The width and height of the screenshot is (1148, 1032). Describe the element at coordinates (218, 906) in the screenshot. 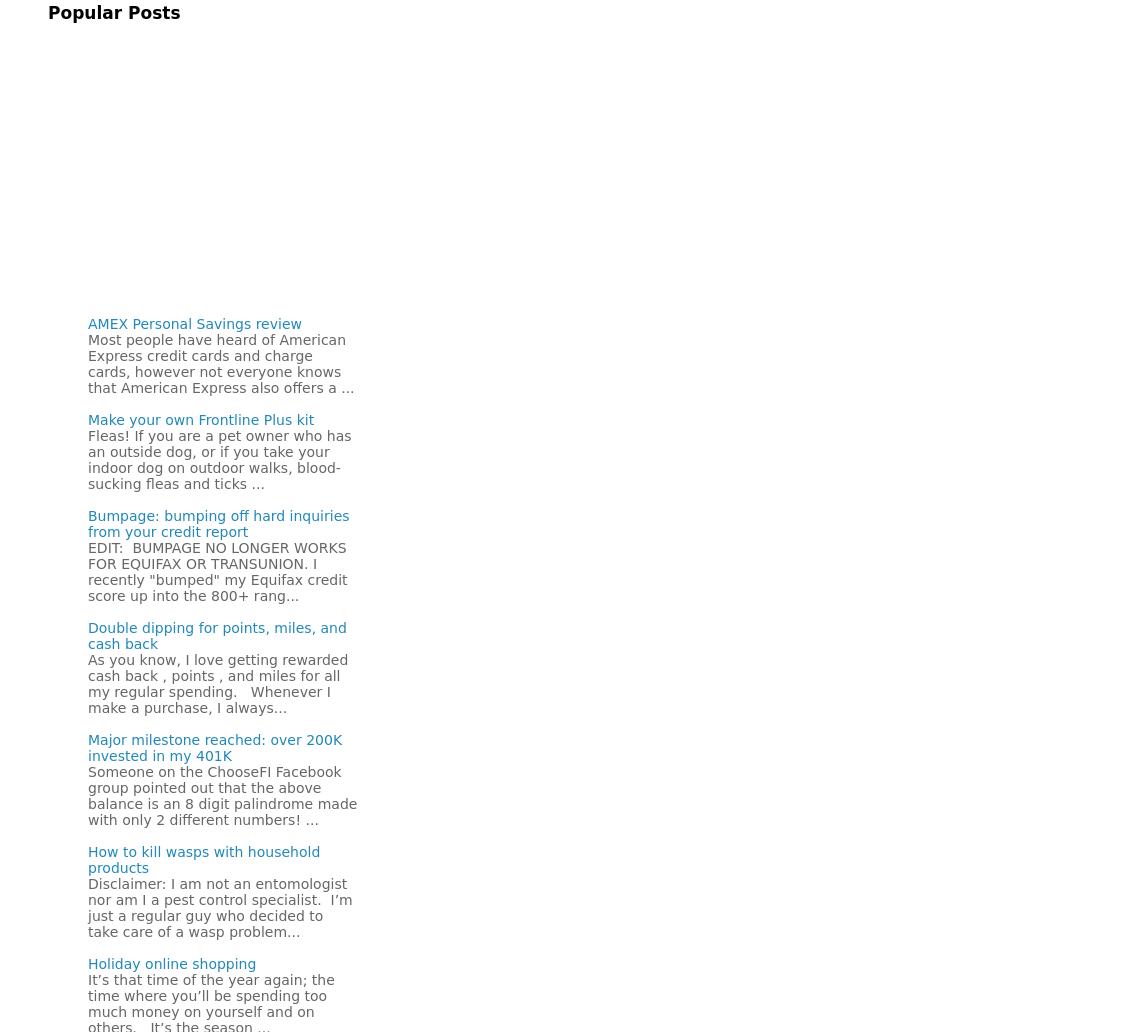

I see `'Disclaimer: I am not an entomologist nor am I a pest control specialist.  I’m just a regular guy who decided to take care of a wasp problem...'` at that location.